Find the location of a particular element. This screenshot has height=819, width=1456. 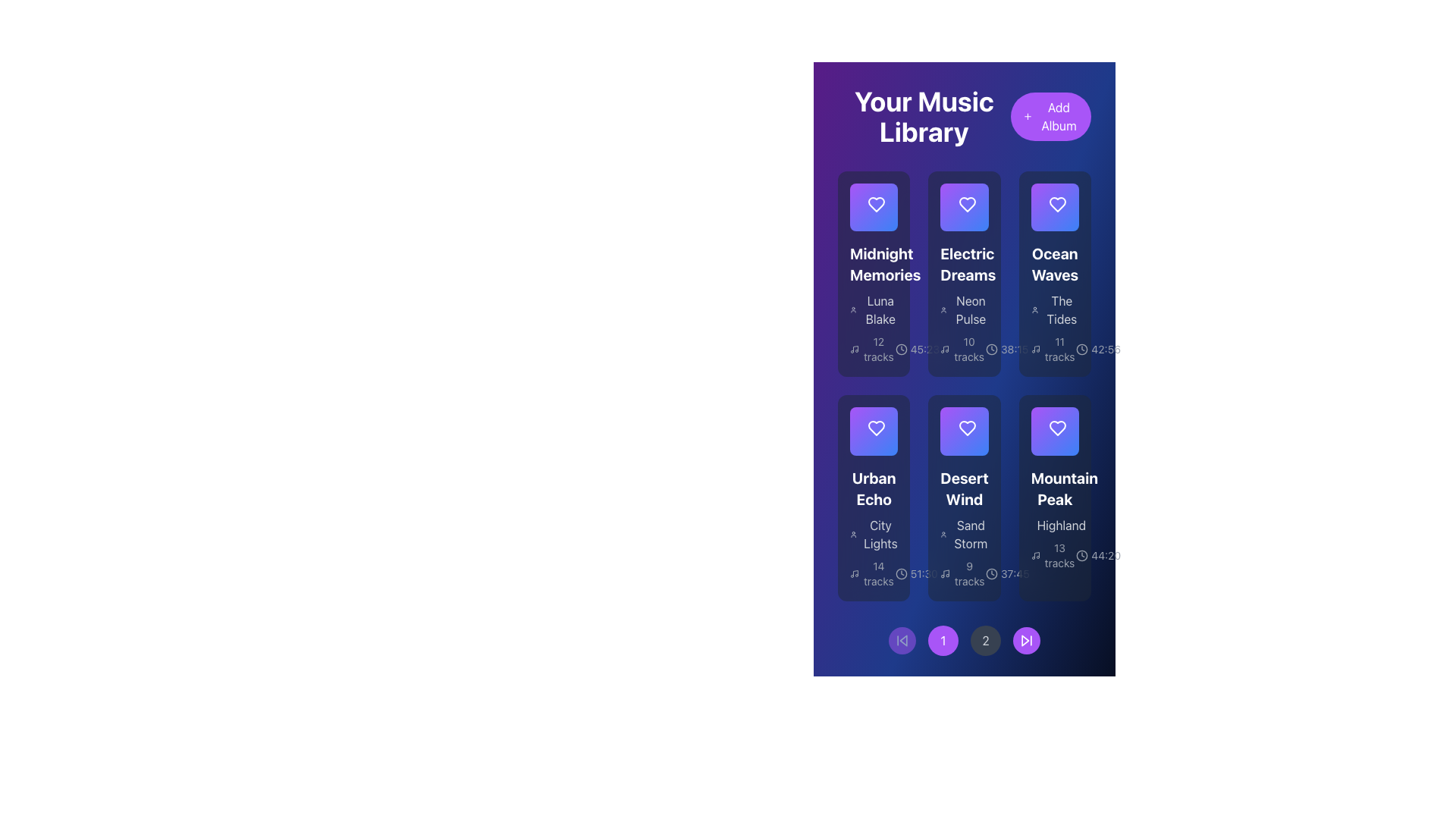

to select the Information card titled 'Electric Dreams' with a heart icon at the top, located in the second position of the top row in a grid layout is located at coordinates (964, 274).